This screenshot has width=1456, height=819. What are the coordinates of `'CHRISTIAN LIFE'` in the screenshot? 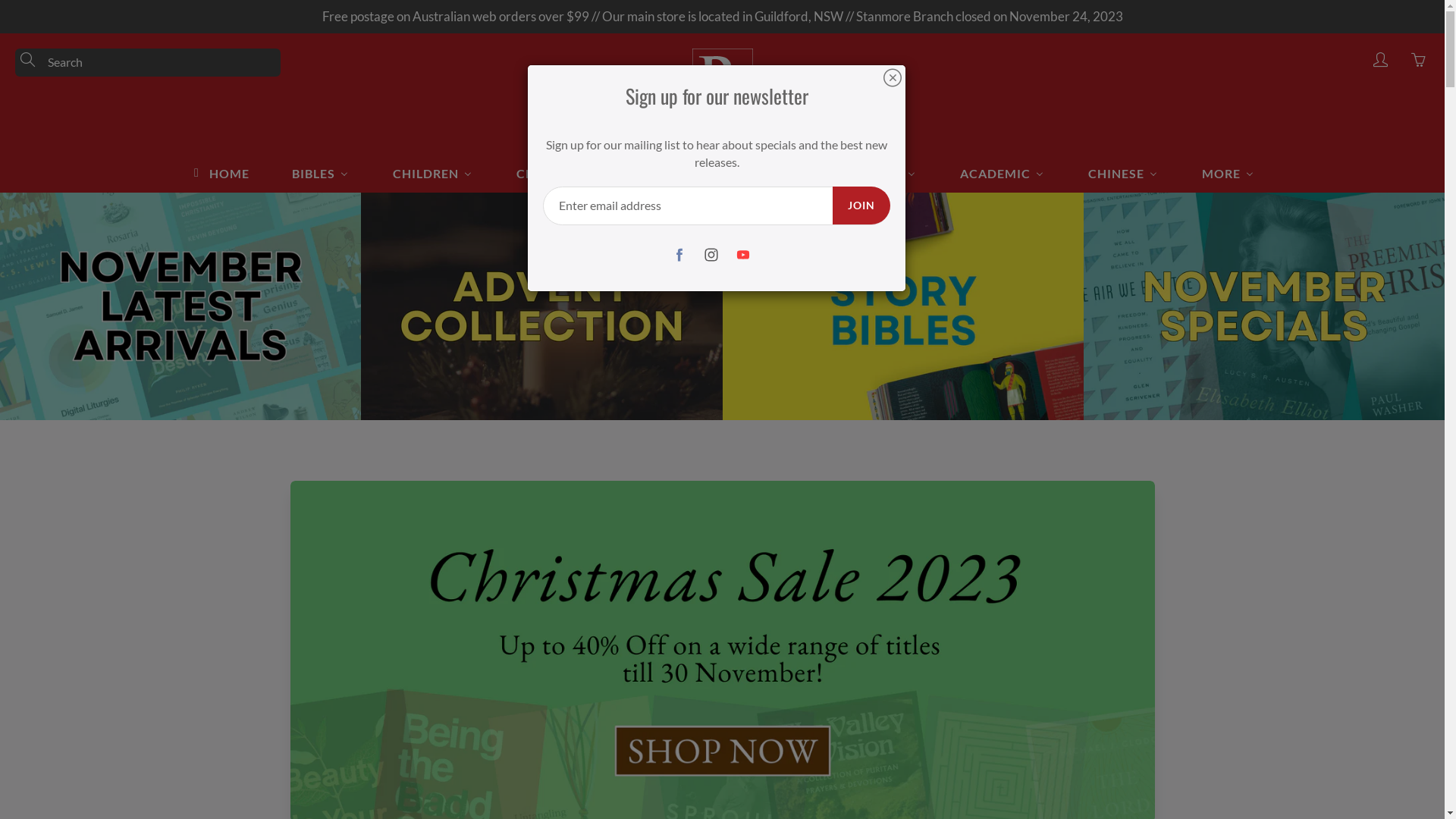 It's located at (573, 171).